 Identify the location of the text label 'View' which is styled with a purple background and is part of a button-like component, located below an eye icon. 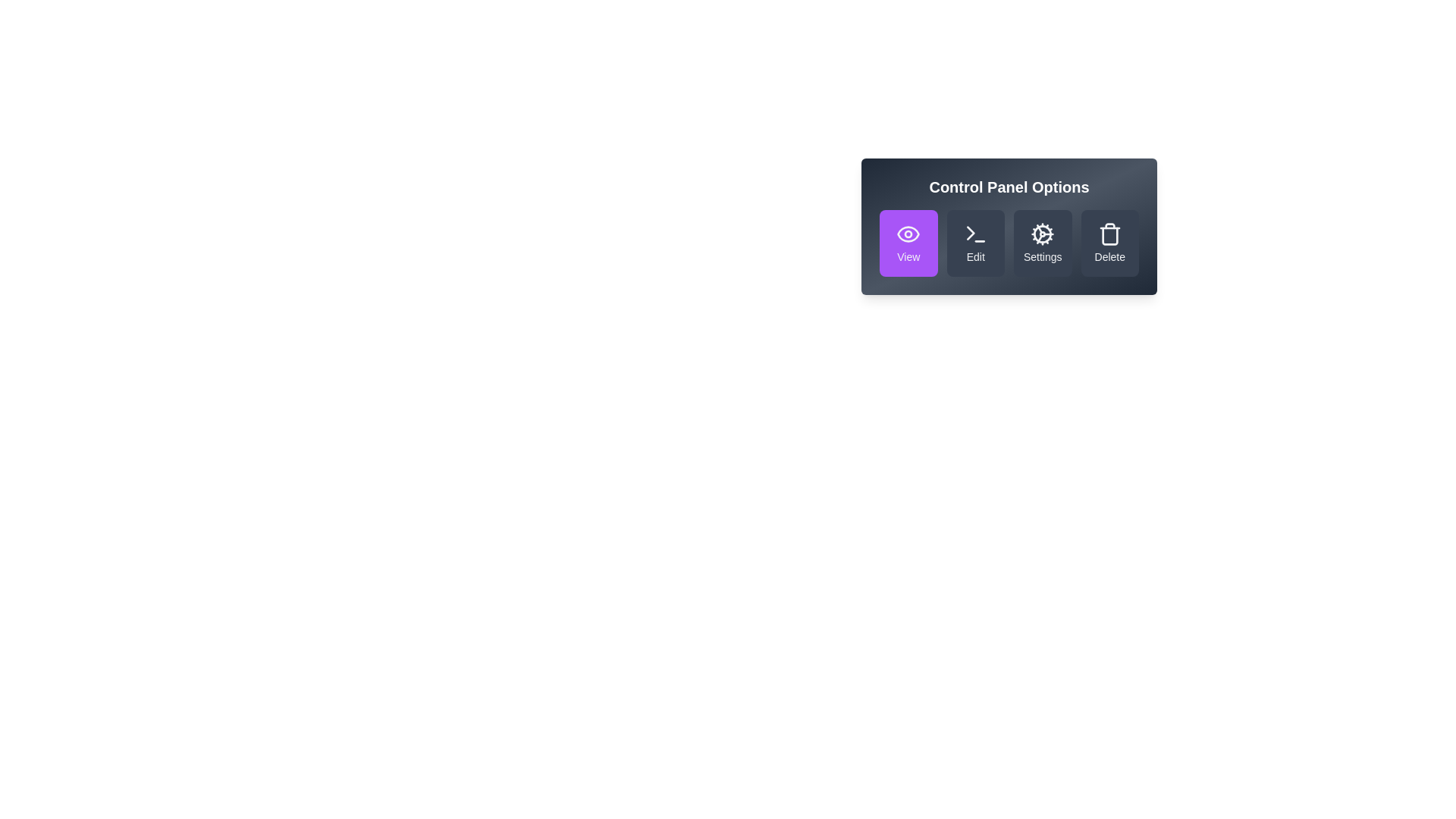
(908, 256).